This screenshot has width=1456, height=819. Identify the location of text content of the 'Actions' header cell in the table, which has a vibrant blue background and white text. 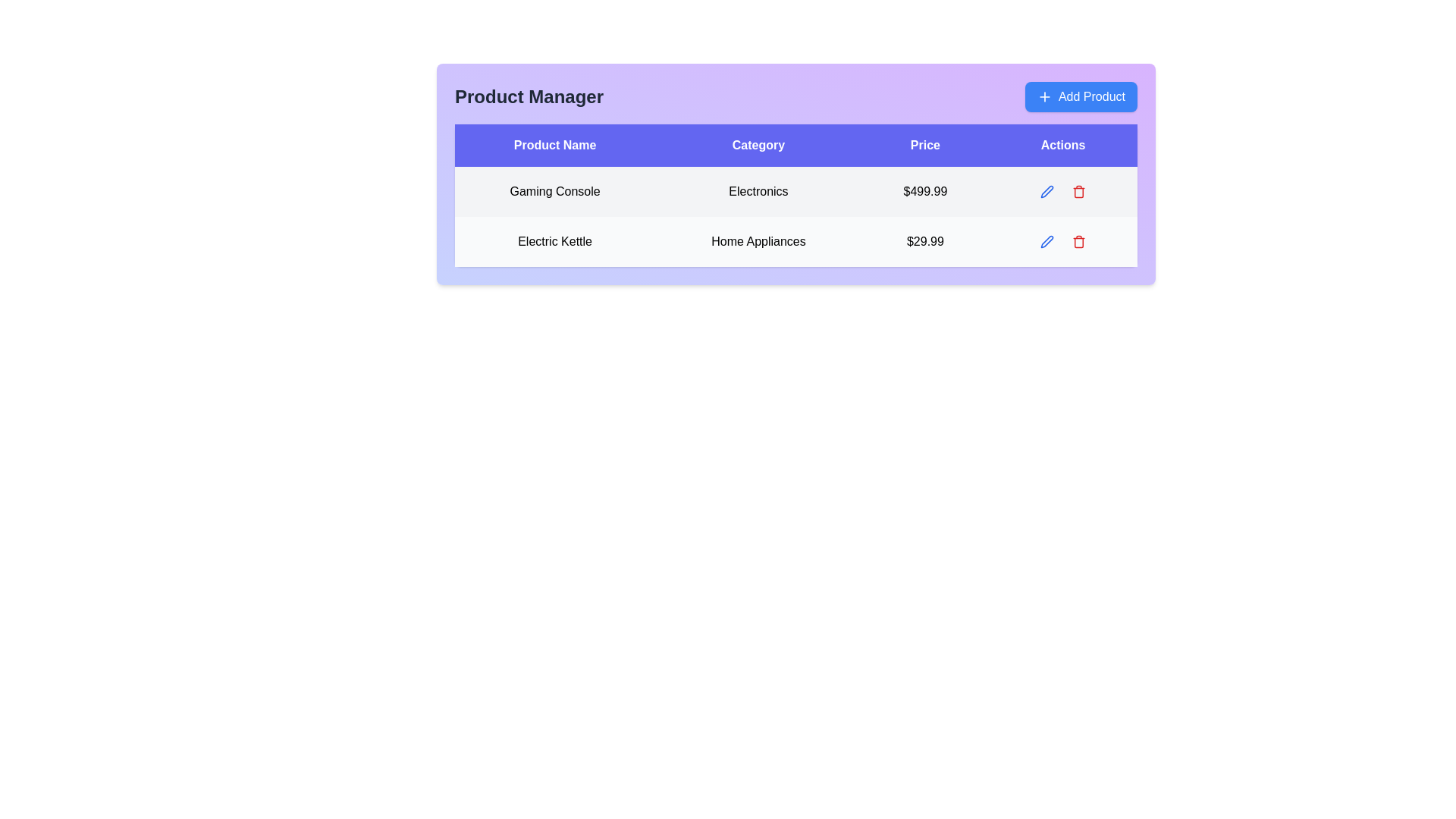
(1062, 146).